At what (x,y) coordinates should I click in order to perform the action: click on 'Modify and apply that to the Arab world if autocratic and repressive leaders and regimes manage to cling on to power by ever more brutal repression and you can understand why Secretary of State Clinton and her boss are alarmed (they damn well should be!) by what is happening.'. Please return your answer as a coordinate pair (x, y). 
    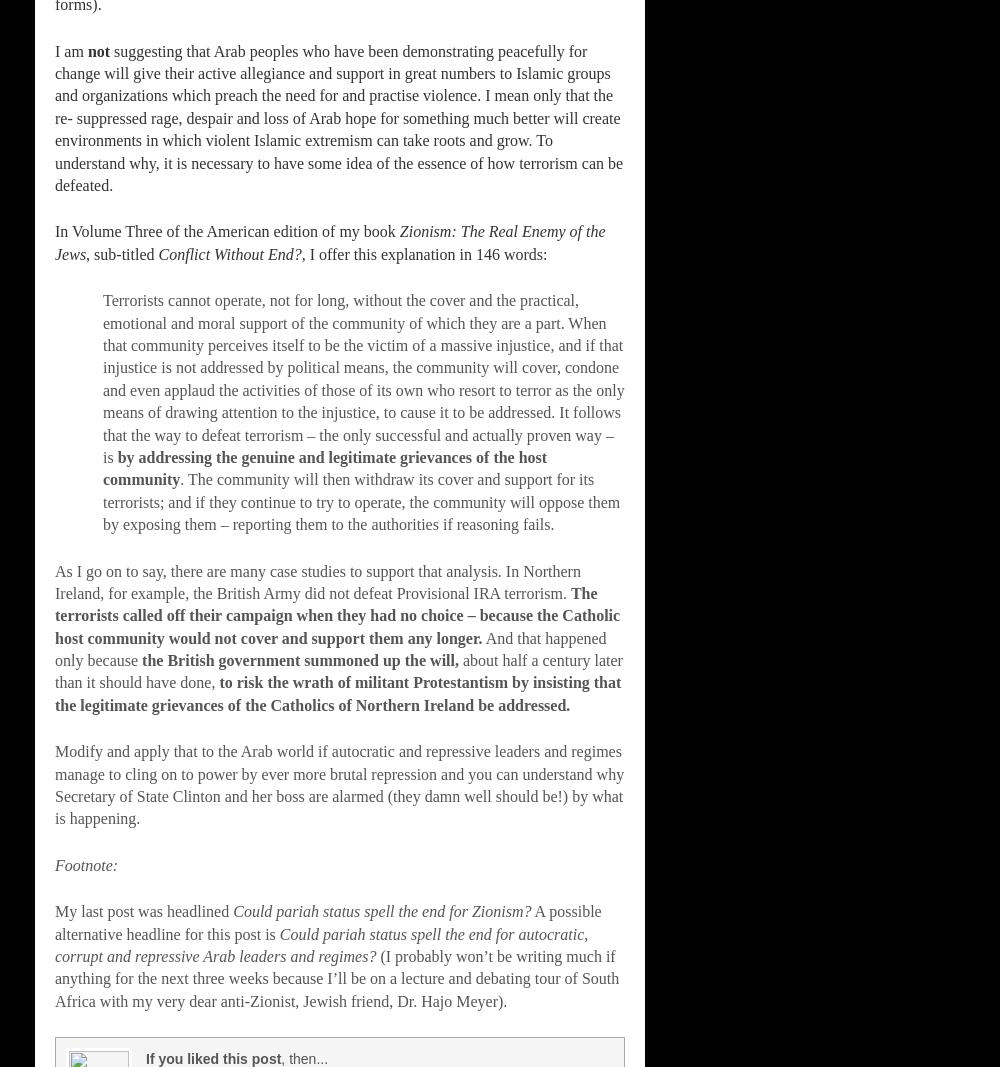
    Looking at the image, I should click on (55, 783).